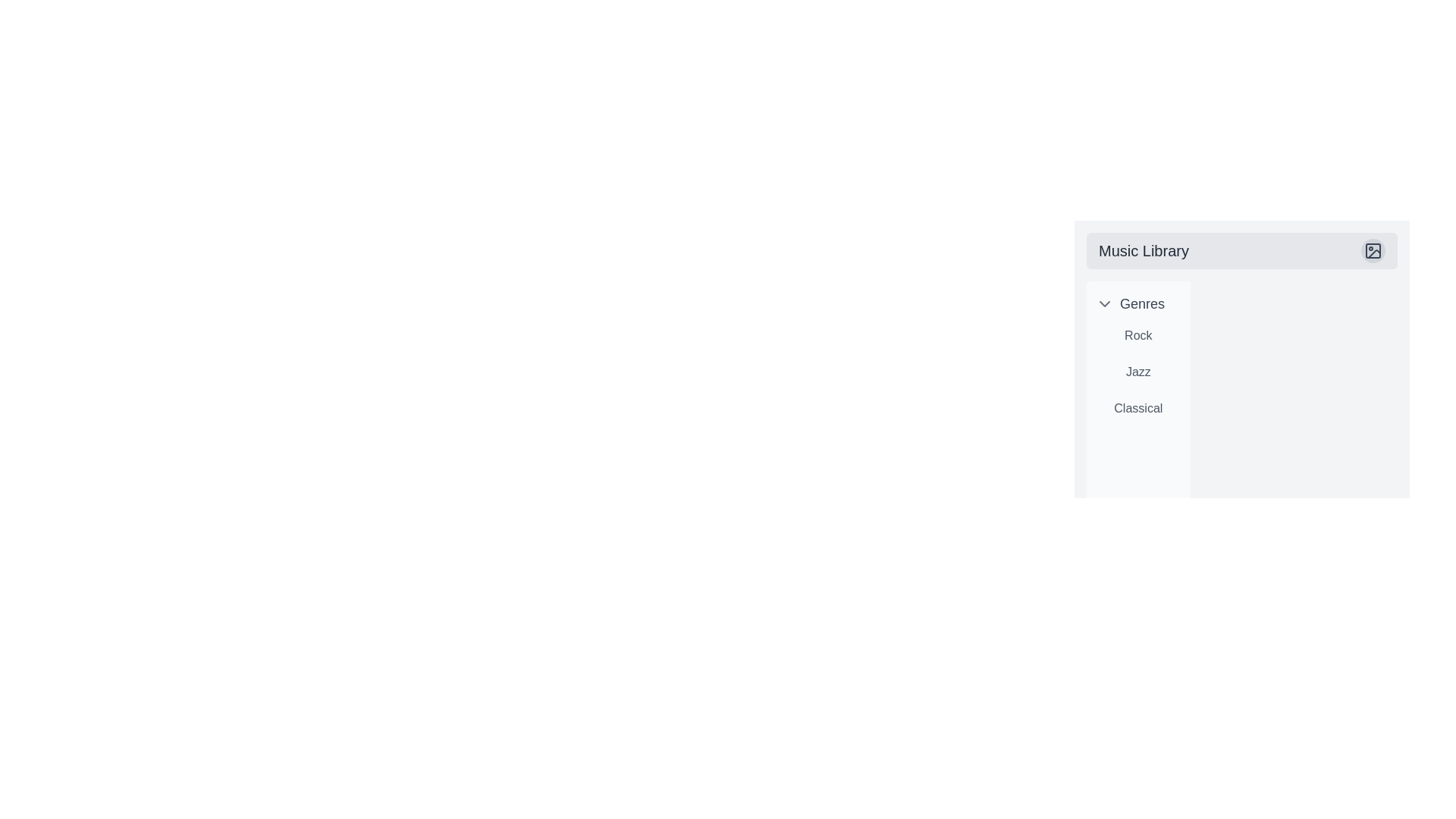 The height and width of the screenshot is (819, 1456). Describe the element at coordinates (1138, 372) in the screenshot. I see `the clickable text link styled as a button that displays the word 'Jazz' in the sidebar menu under the 'Genres' section of the 'Music Library' interface to visually emphasize the element` at that location.